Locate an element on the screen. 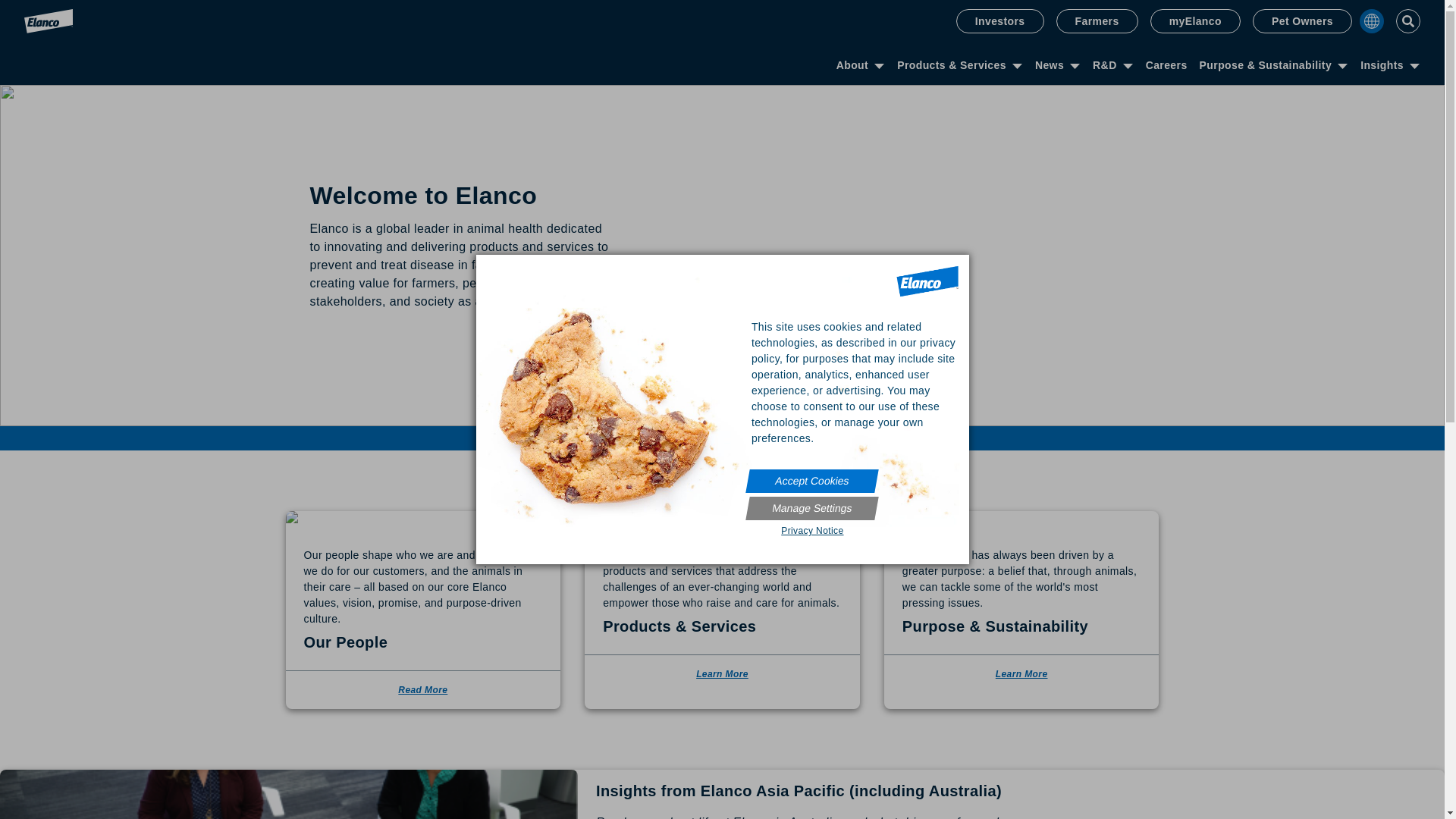  'Insights' is located at coordinates (1382, 66).